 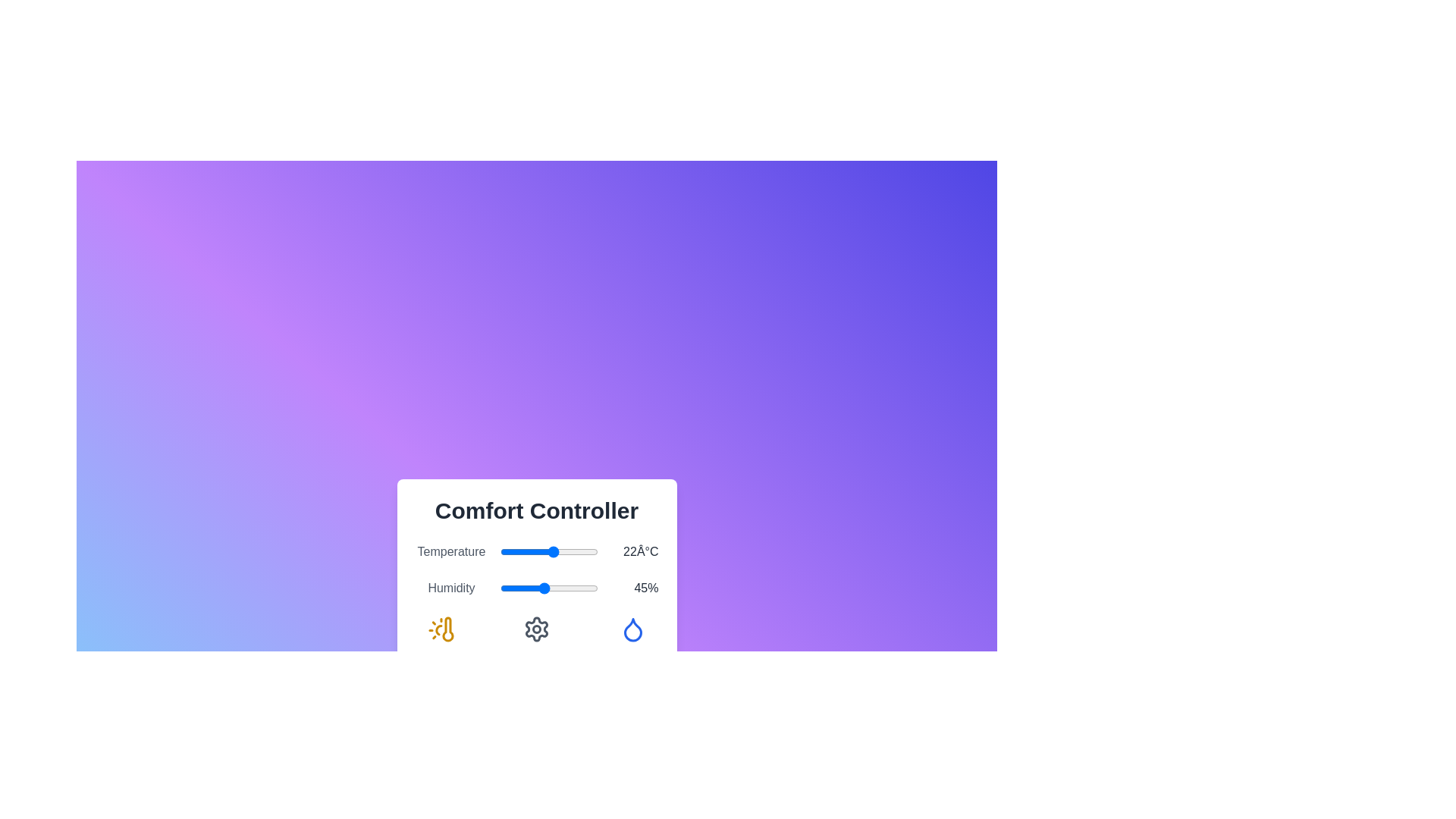 I want to click on the humidity slider to set the value to 13, so click(x=513, y=587).